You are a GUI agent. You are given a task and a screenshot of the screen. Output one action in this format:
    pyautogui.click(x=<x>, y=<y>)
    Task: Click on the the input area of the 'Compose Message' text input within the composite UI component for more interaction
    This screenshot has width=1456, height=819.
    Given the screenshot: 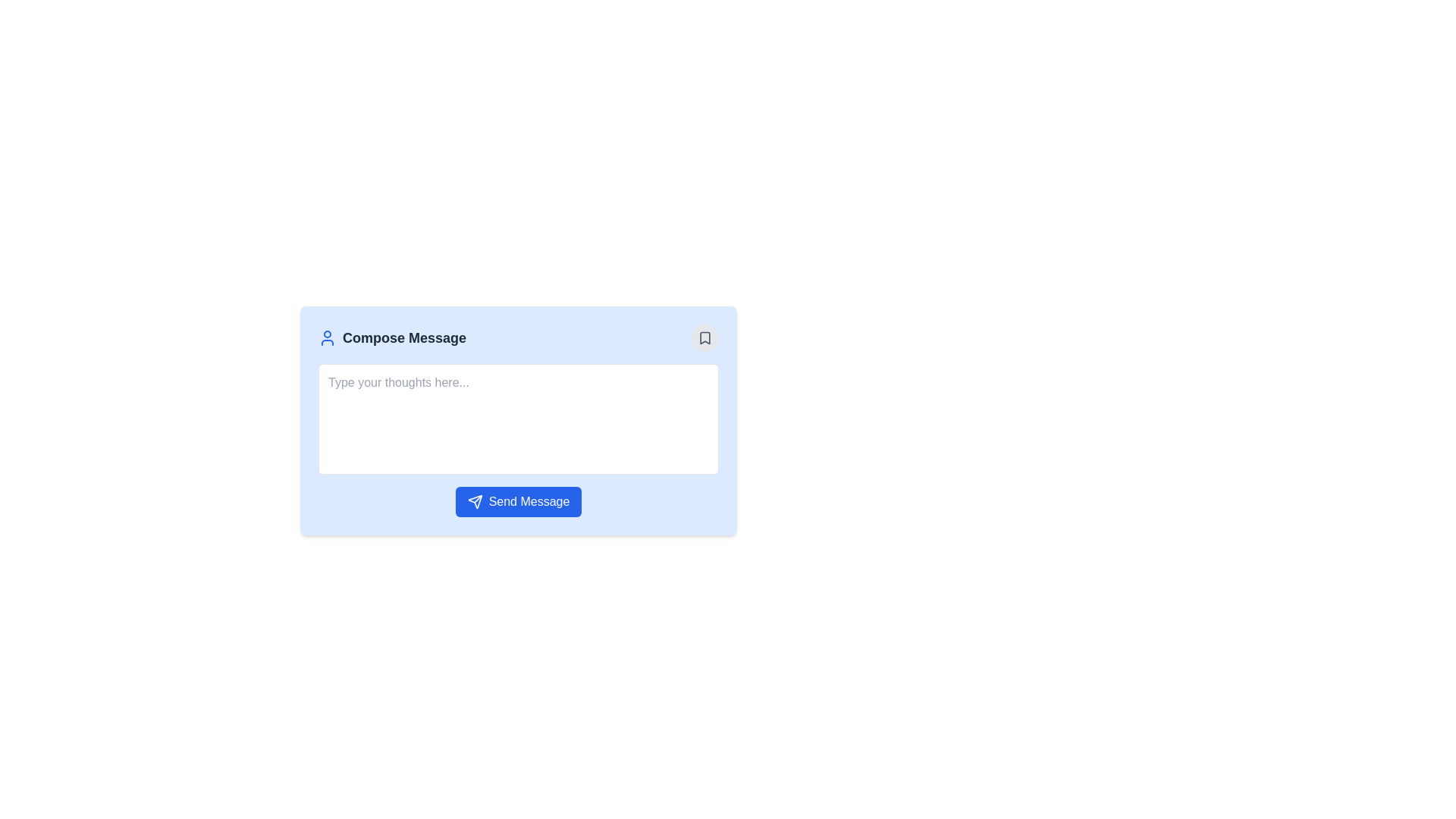 What is the action you would take?
    pyautogui.click(x=554, y=431)
    